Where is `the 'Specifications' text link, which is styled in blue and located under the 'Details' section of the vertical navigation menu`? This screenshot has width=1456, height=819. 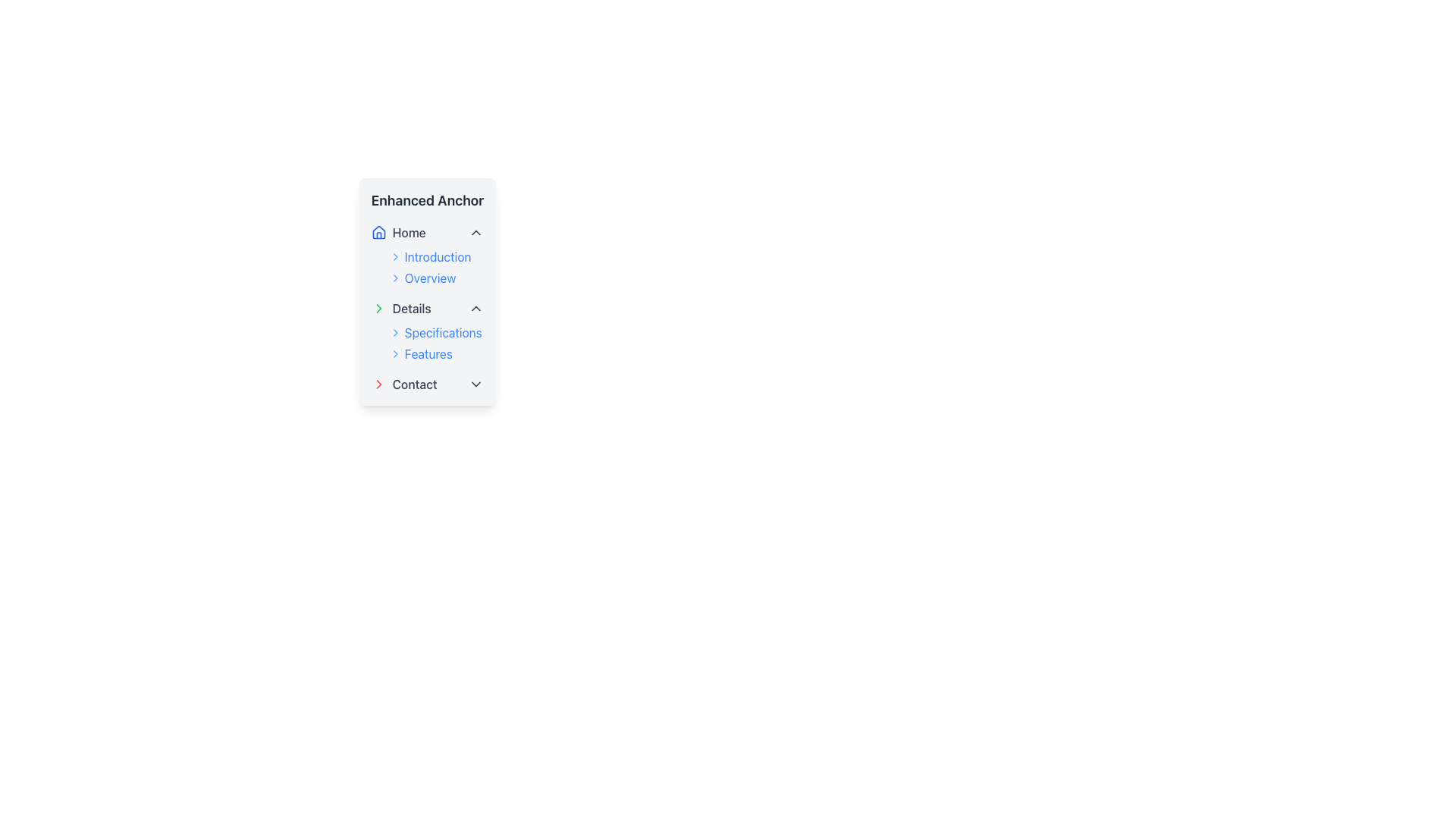 the 'Specifications' text link, which is styled in blue and located under the 'Details' section of the vertical navigation menu is located at coordinates (442, 332).